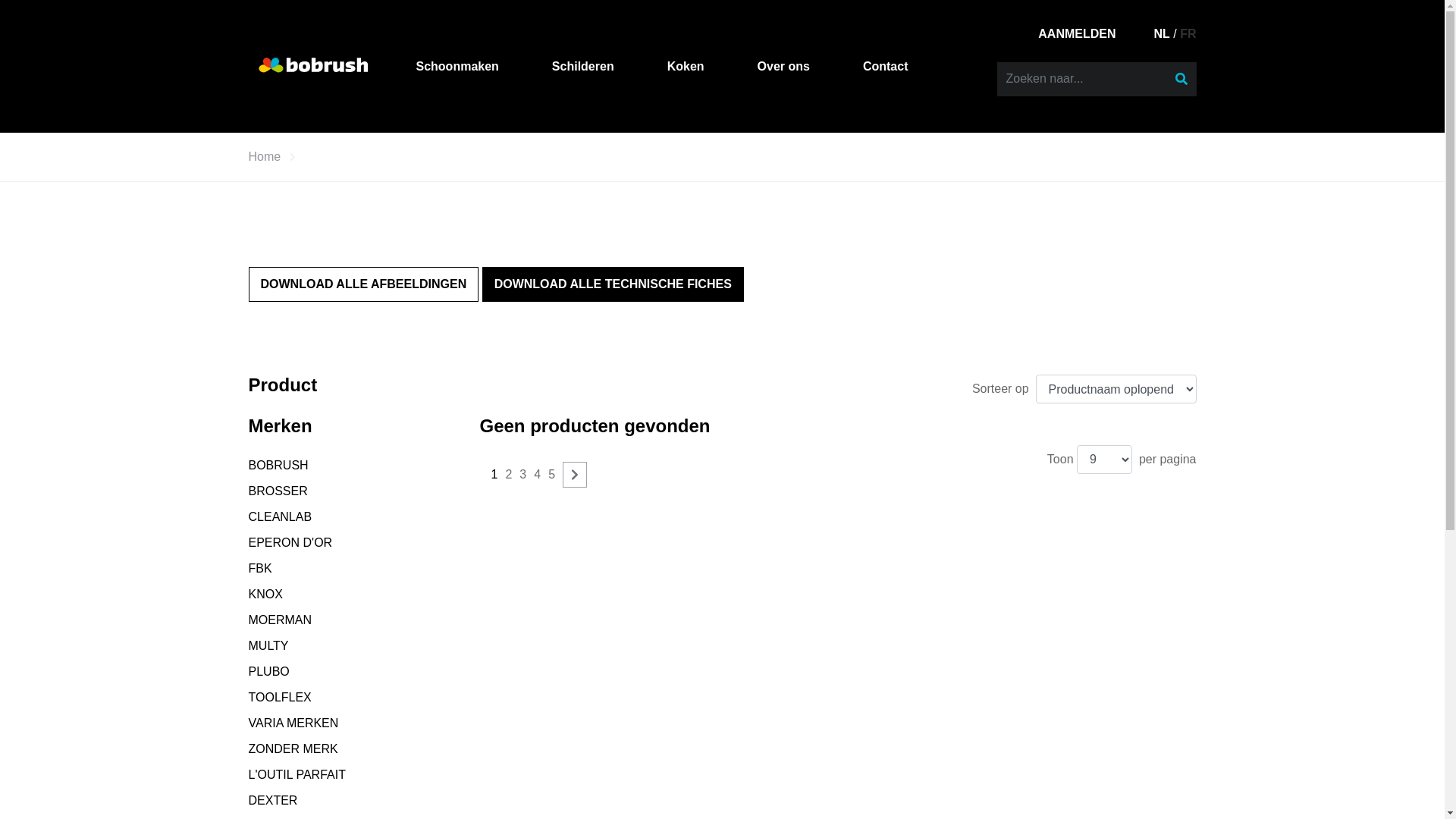 This screenshot has width=1456, height=819. What do you see at coordinates (508, 473) in the screenshot?
I see `'2'` at bounding box center [508, 473].